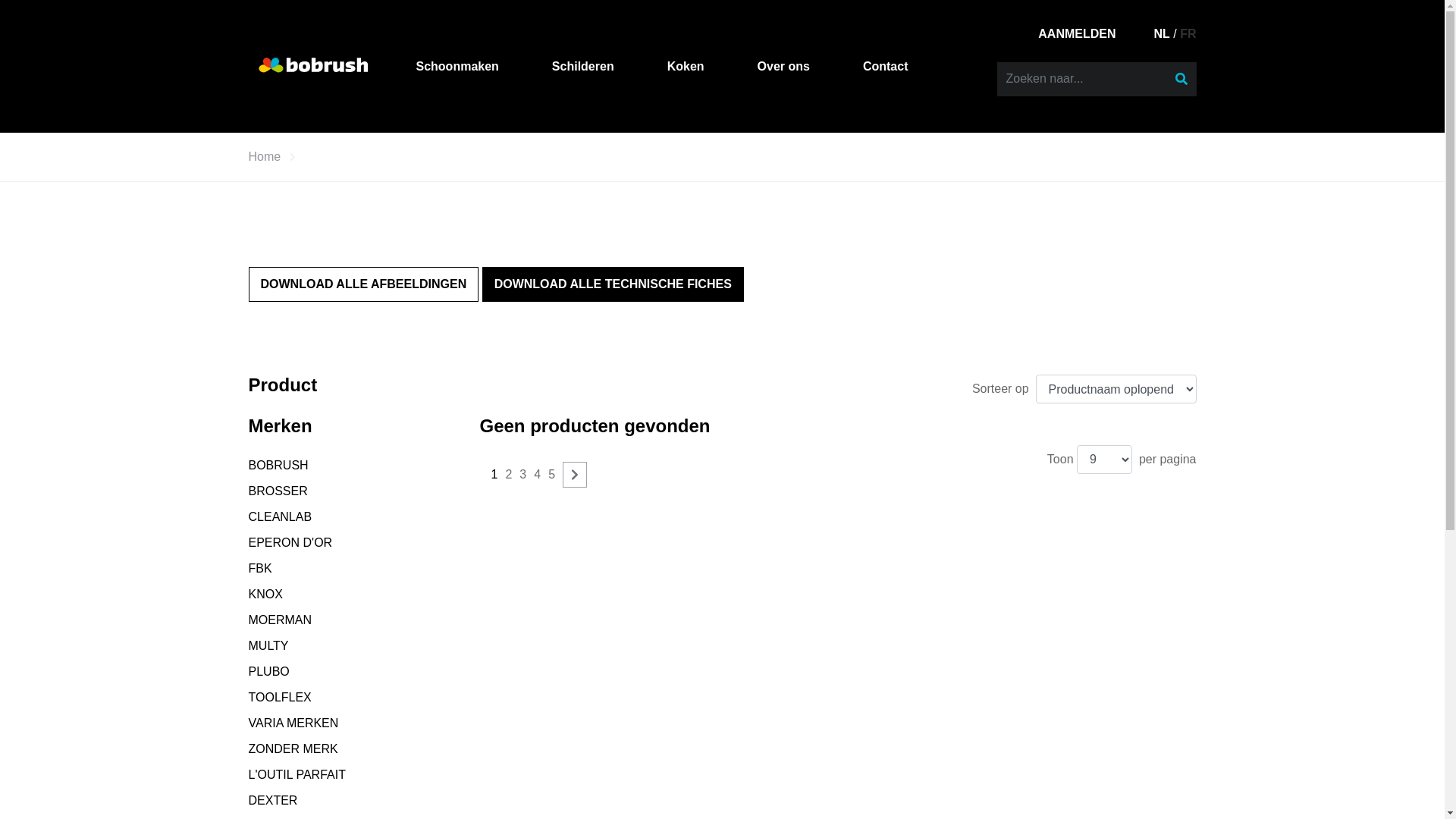 This screenshot has width=1456, height=819. What do you see at coordinates (508, 473) in the screenshot?
I see `'2'` at bounding box center [508, 473].